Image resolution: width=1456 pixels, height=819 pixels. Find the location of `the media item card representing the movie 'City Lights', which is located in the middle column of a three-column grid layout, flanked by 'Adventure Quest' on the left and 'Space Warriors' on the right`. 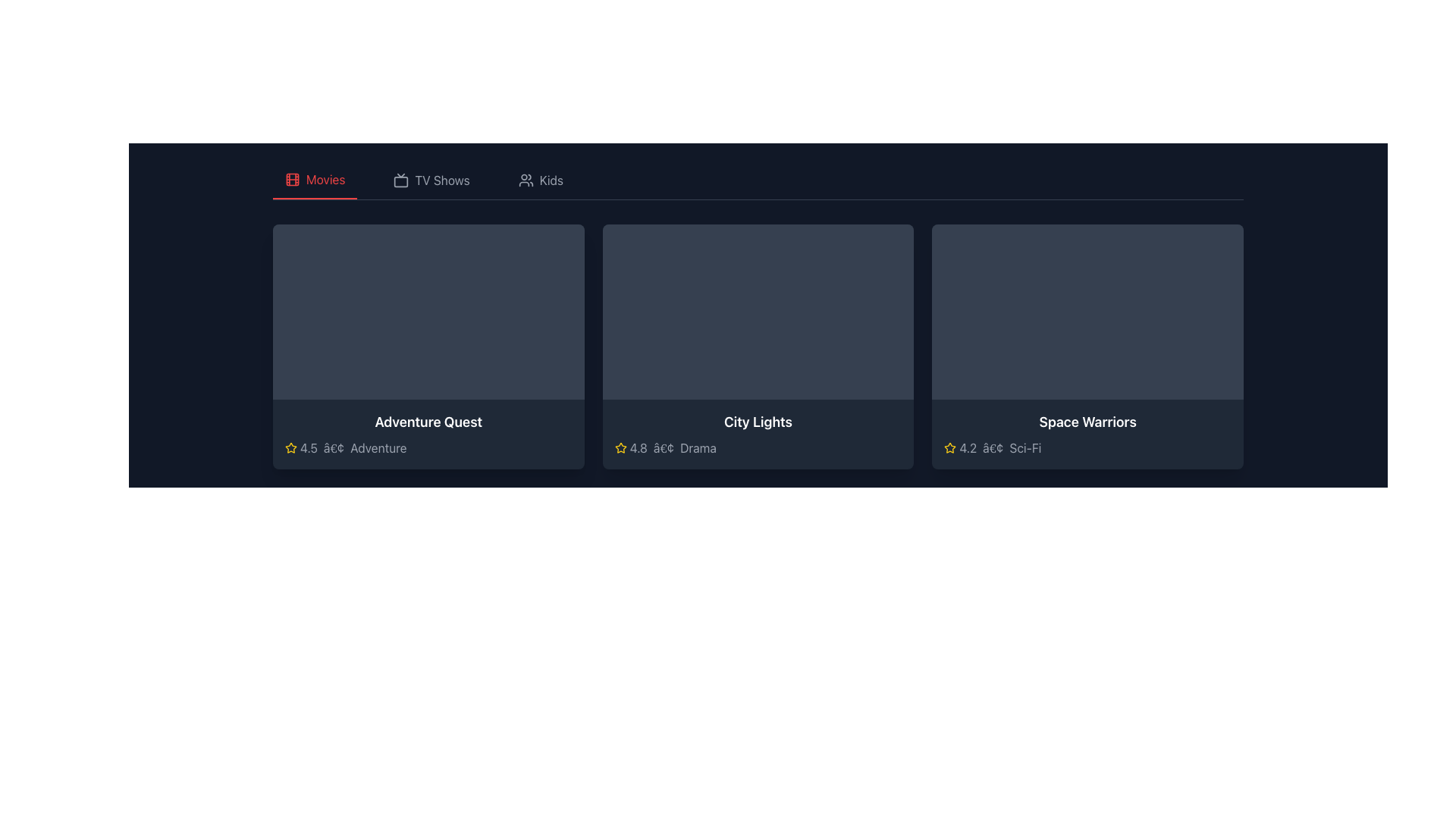

the media item card representing the movie 'City Lights', which is located in the middle column of a three-column grid layout, flanked by 'Adventure Quest' on the left and 'Space Warriors' on the right is located at coordinates (758, 347).